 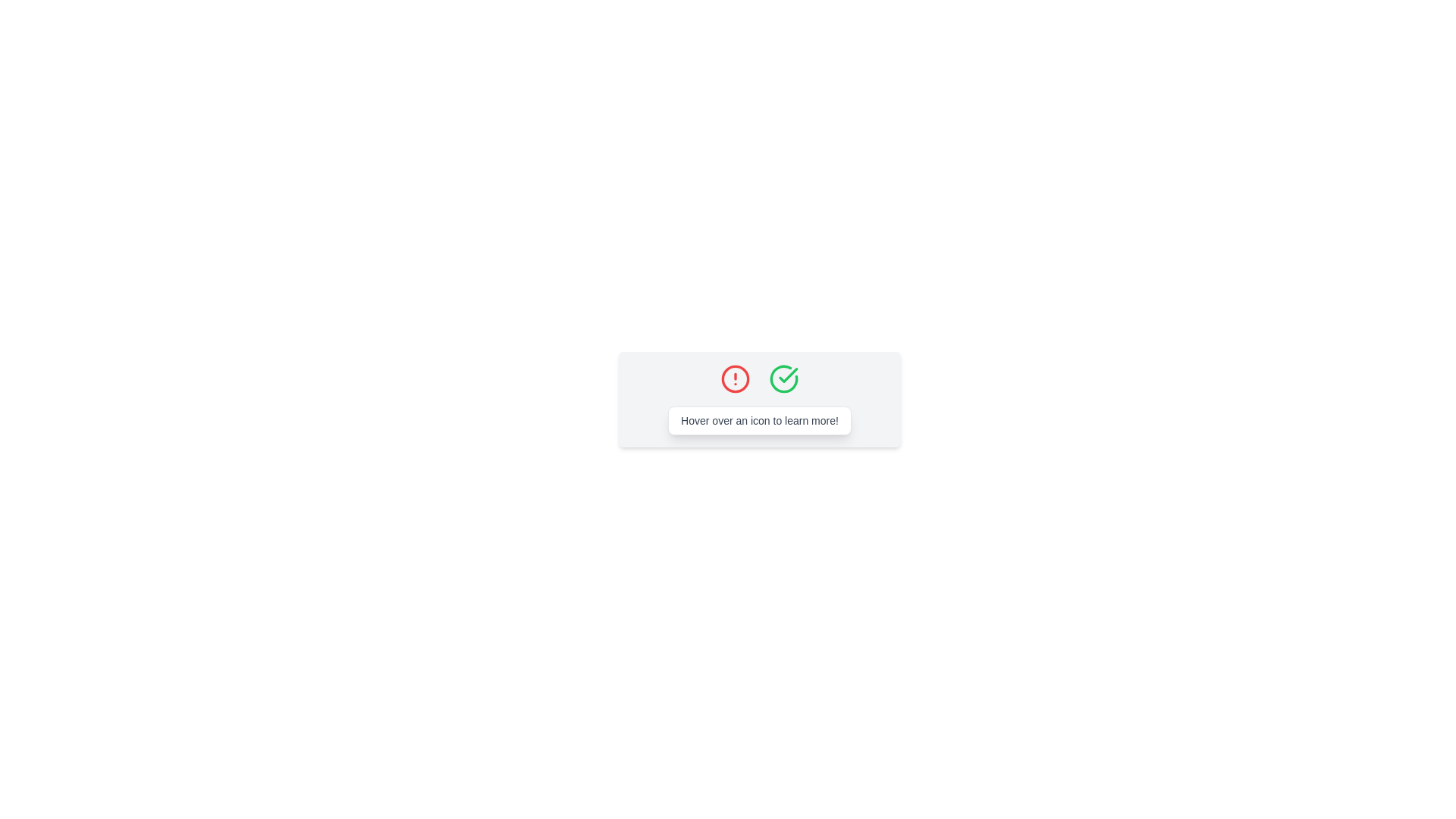 What do you see at coordinates (735, 378) in the screenshot?
I see `the central circular part of the alert icon located on the left of a pair of icons in a horizontal layout` at bounding box center [735, 378].